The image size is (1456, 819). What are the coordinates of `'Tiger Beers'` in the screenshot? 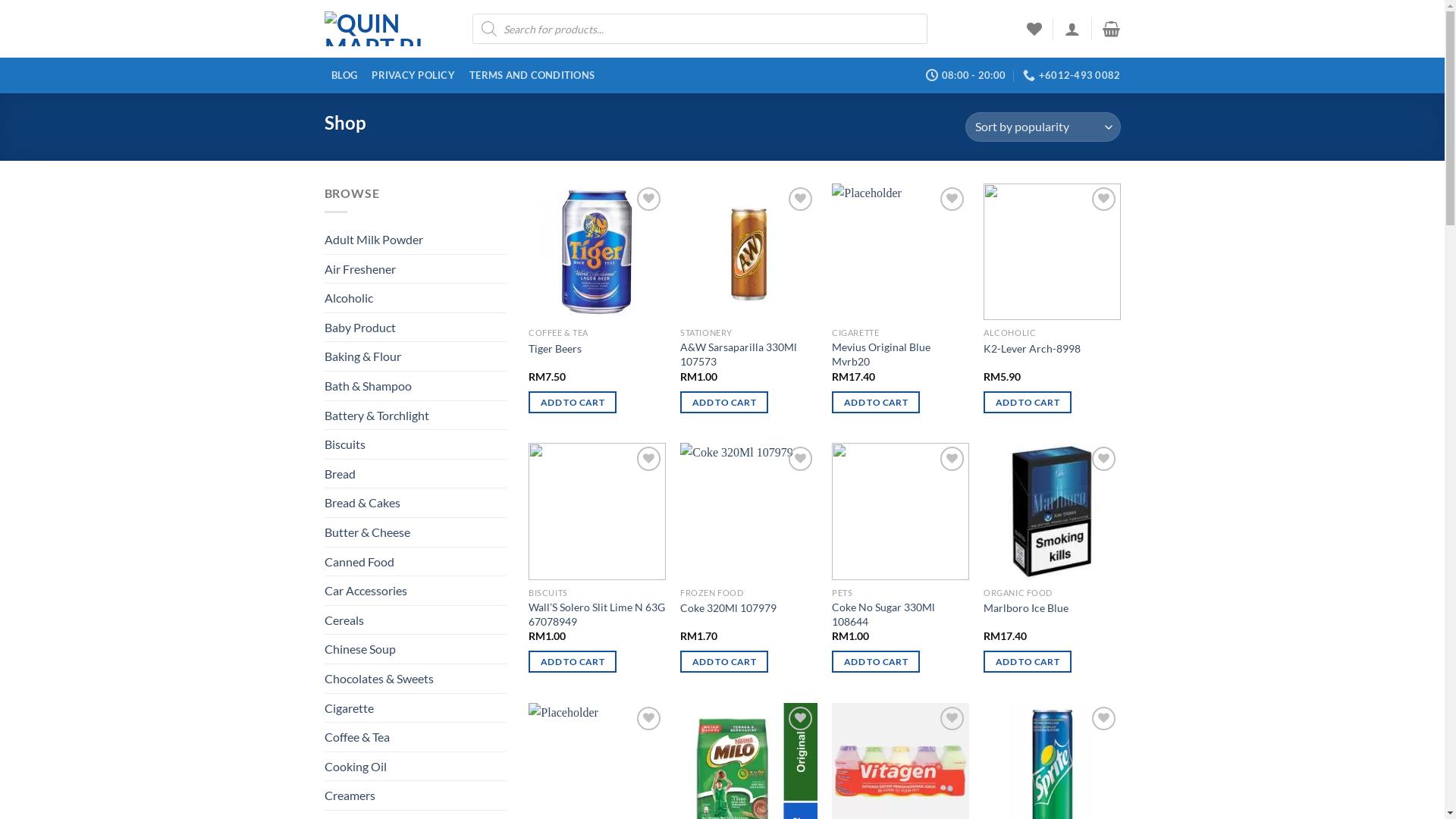 It's located at (528, 349).